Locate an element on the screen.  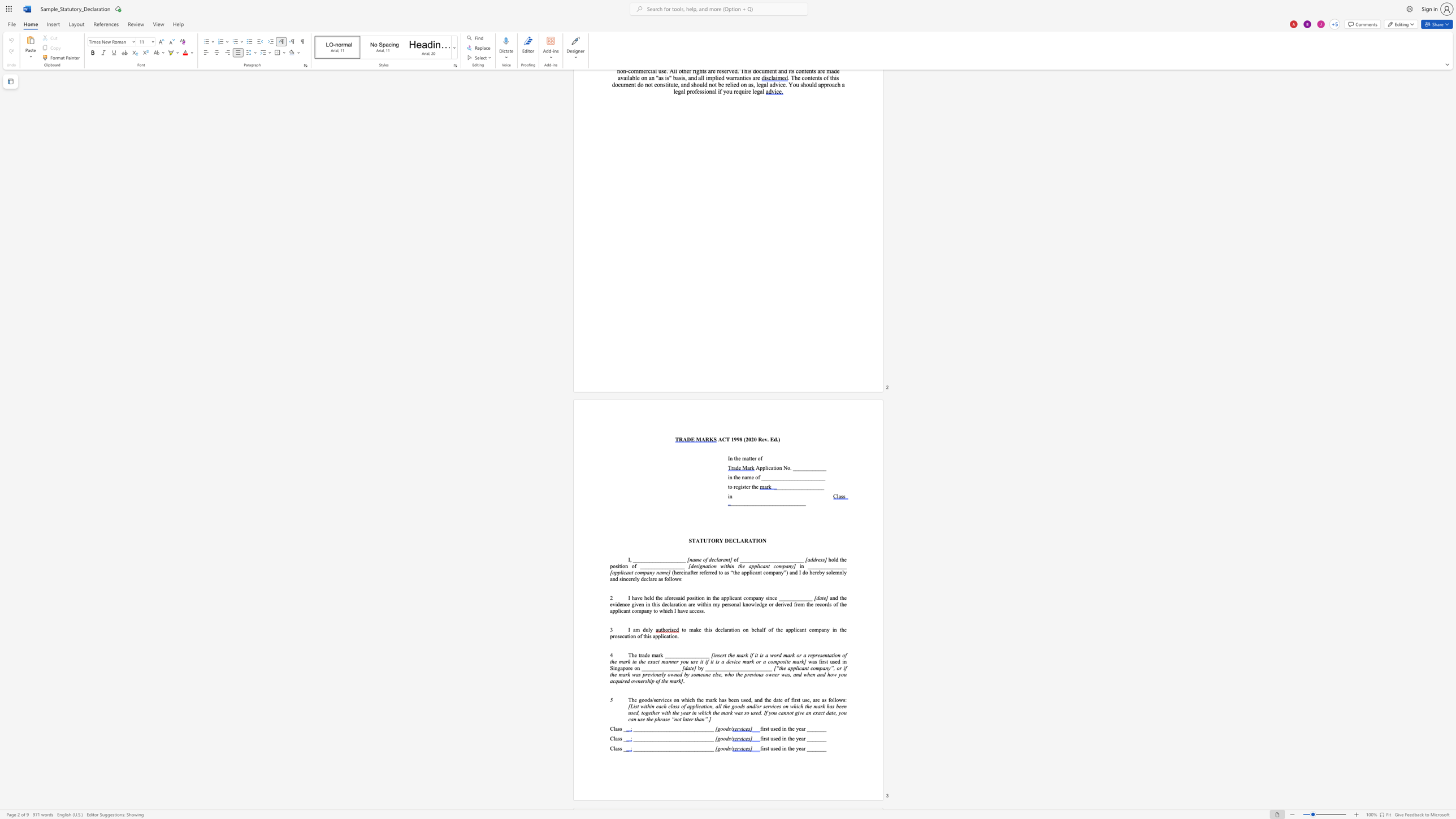
the 6th character "_" in the text is located at coordinates (656, 668).